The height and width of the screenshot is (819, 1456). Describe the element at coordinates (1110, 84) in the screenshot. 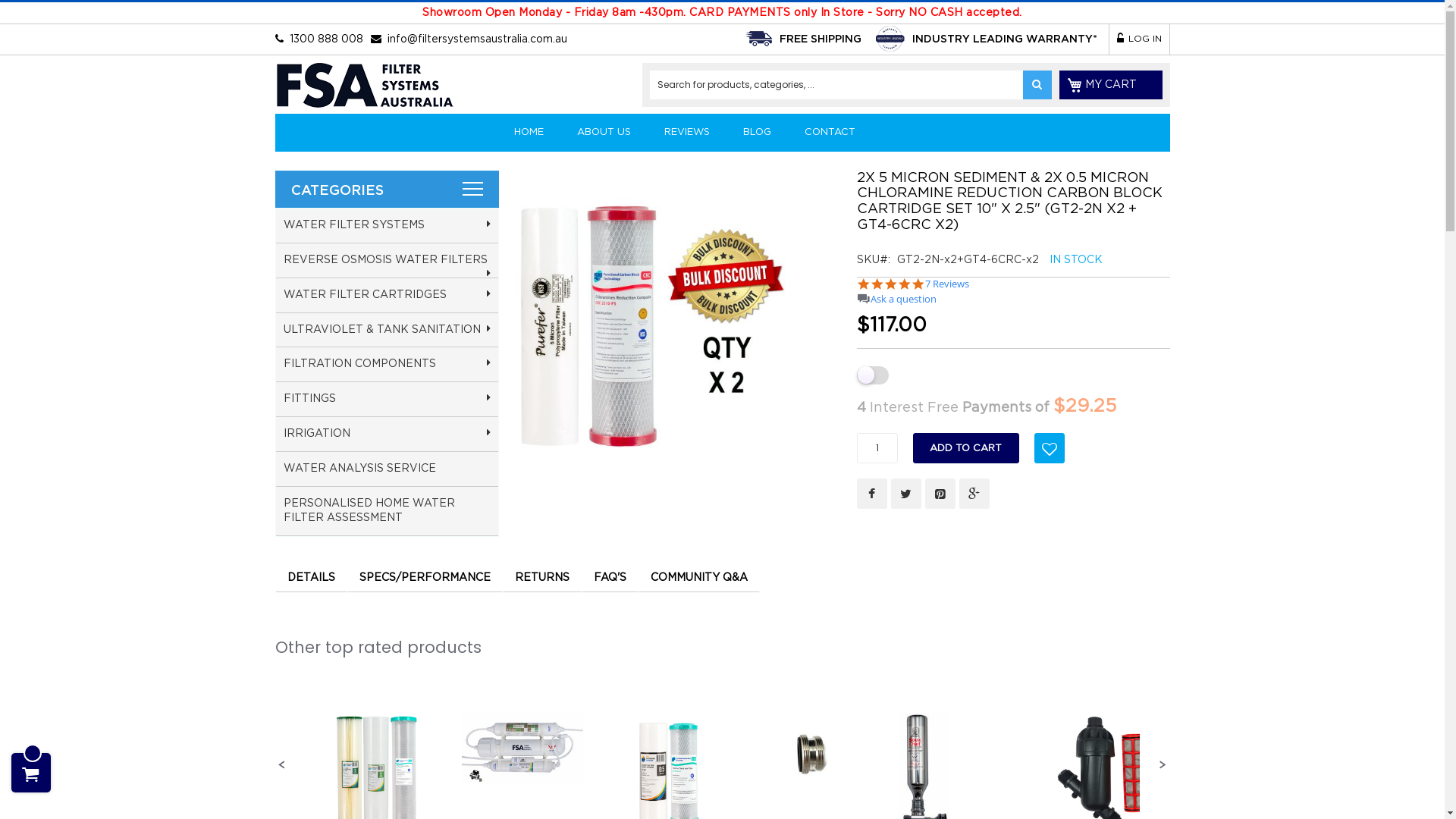

I see `'MY CART'` at that location.